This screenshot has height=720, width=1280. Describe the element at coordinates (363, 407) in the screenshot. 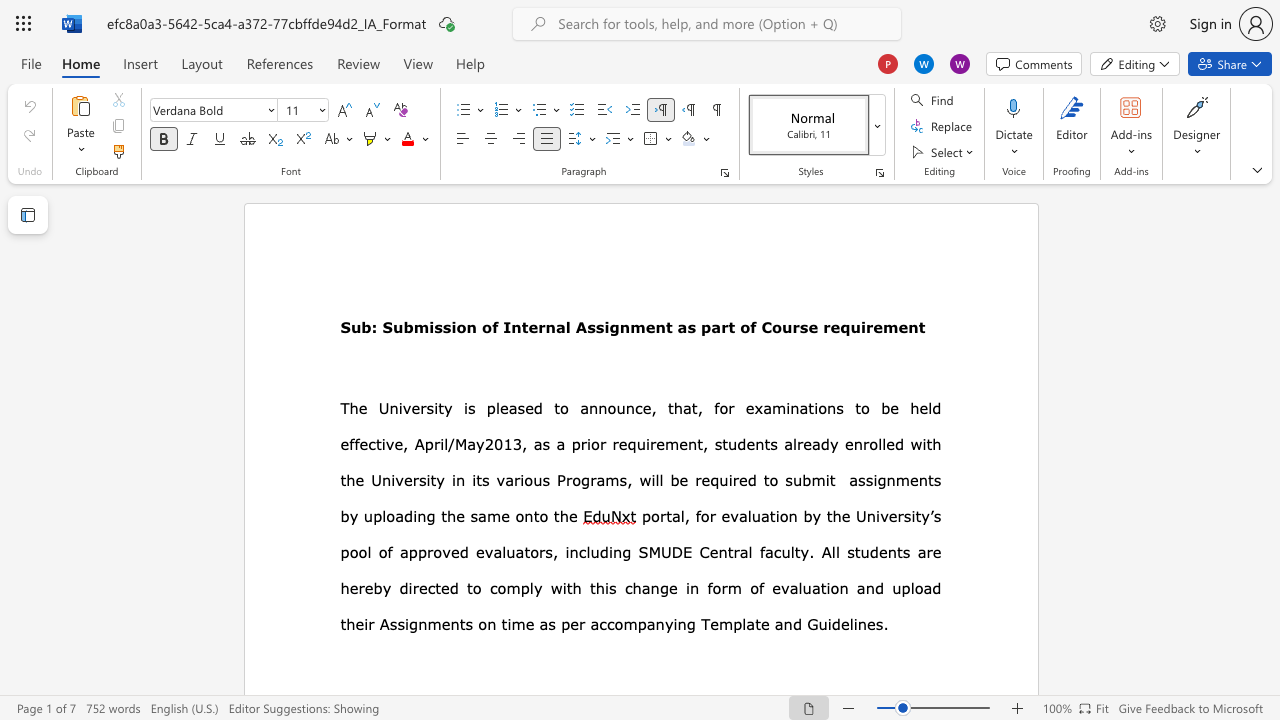

I see `the 1th character "e" in the text` at that location.